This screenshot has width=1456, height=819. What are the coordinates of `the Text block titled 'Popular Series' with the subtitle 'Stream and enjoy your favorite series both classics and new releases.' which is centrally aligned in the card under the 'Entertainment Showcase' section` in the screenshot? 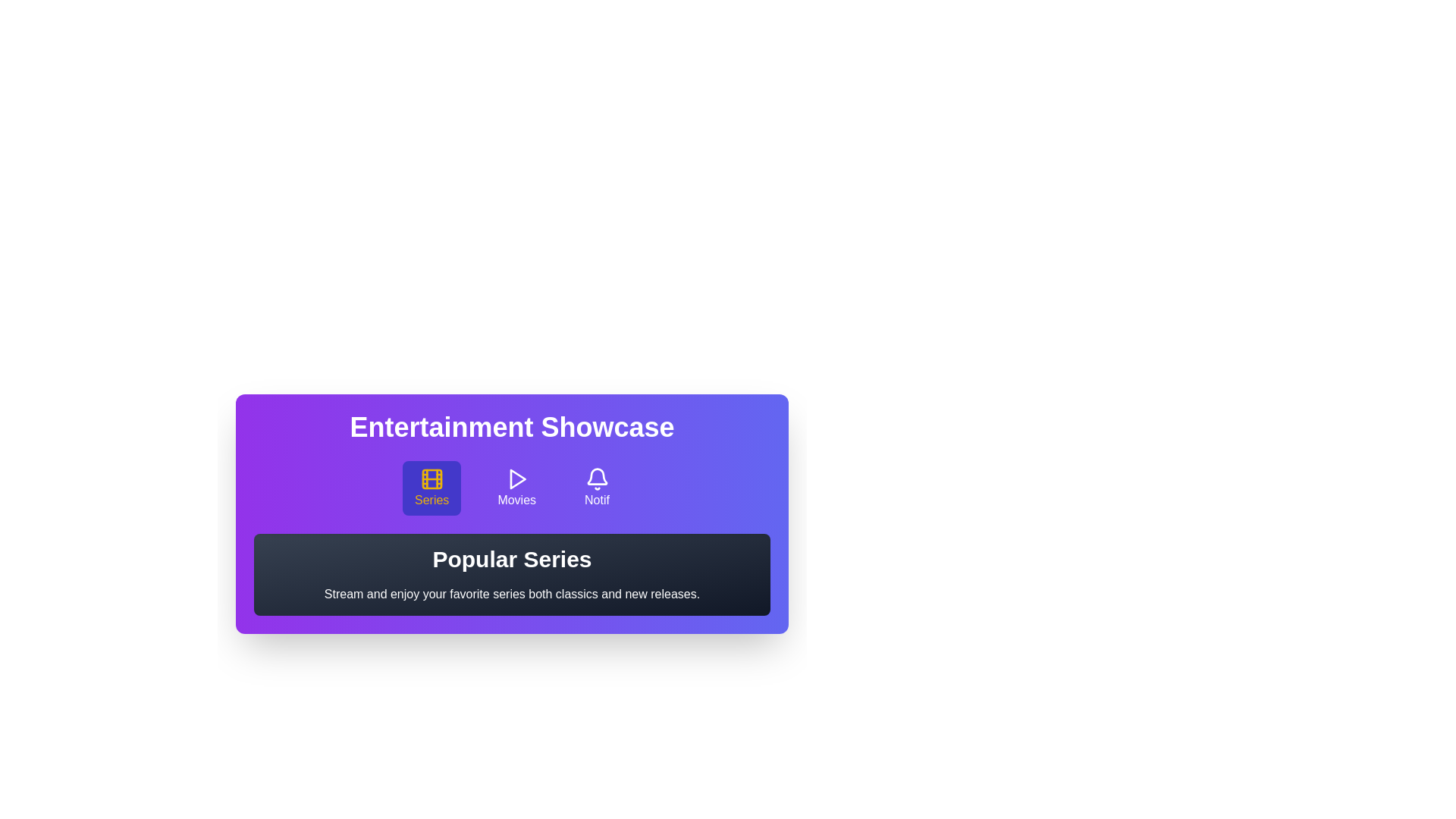 It's located at (512, 575).